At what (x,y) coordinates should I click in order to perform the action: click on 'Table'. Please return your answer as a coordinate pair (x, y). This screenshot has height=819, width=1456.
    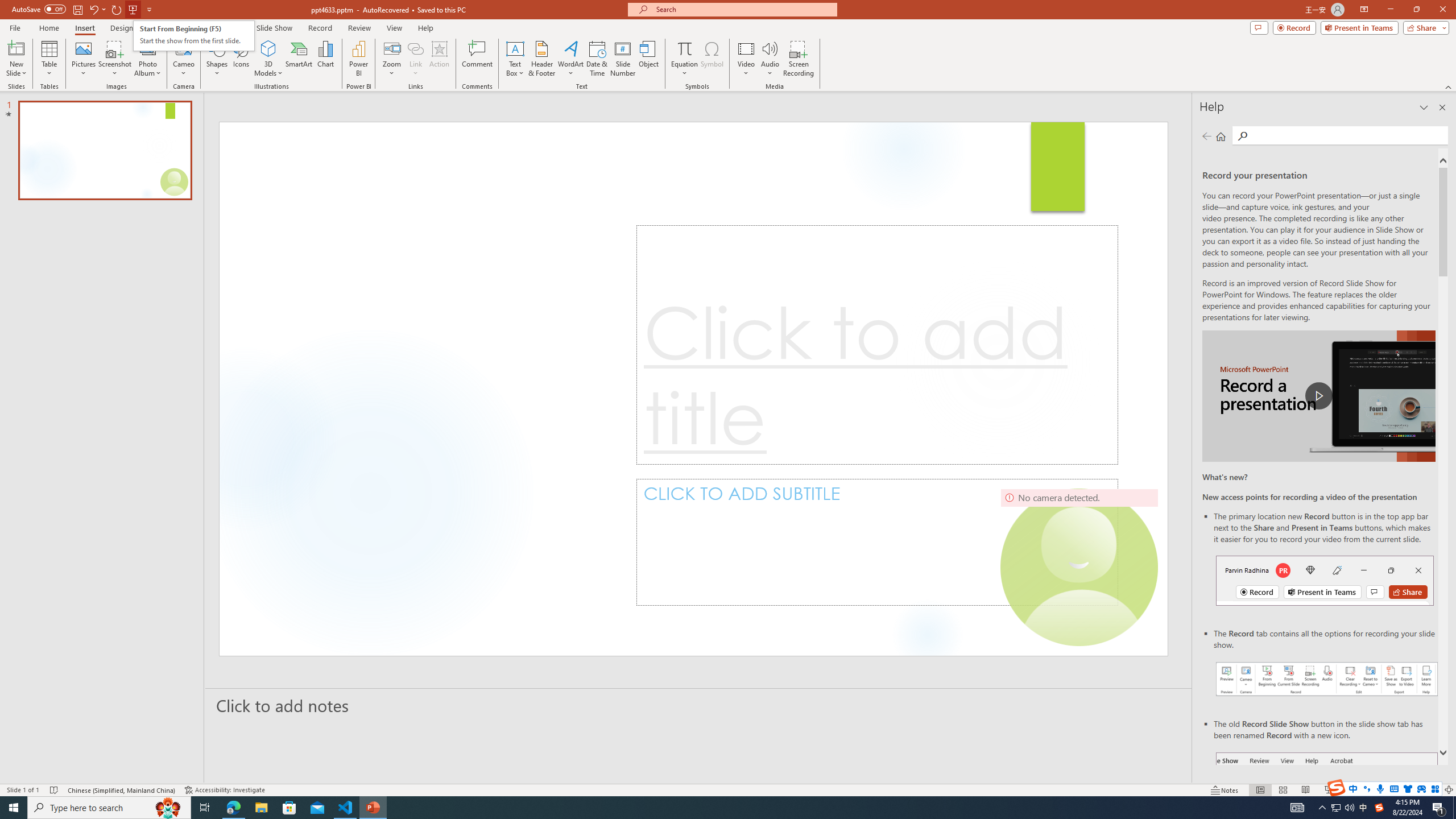
    Looking at the image, I should click on (49, 59).